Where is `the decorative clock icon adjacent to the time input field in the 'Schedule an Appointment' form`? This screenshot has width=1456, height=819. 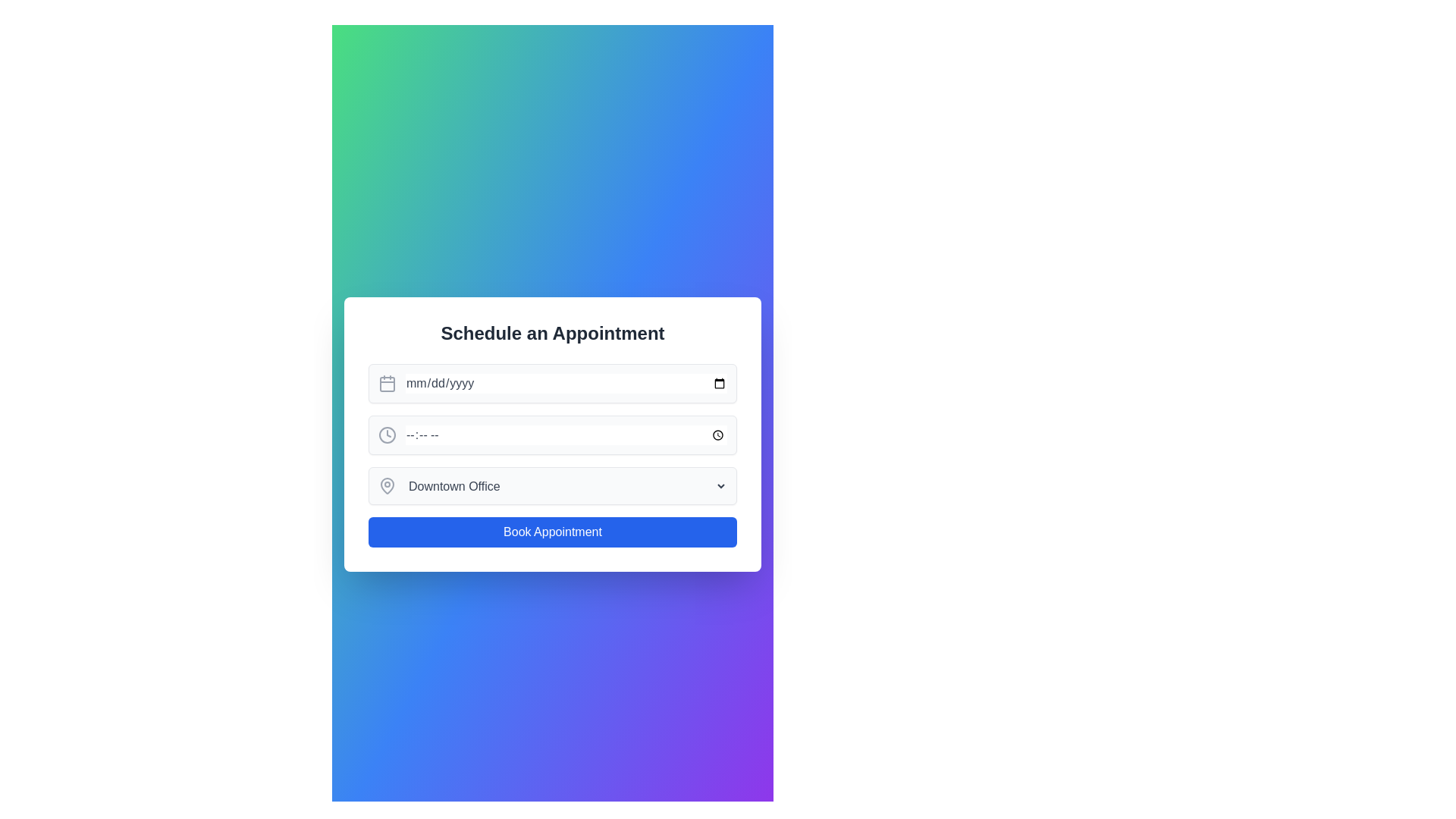 the decorative clock icon adjacent to the time input field in the 'Schedule an Appointment' form is located at coordinates (387, 435).